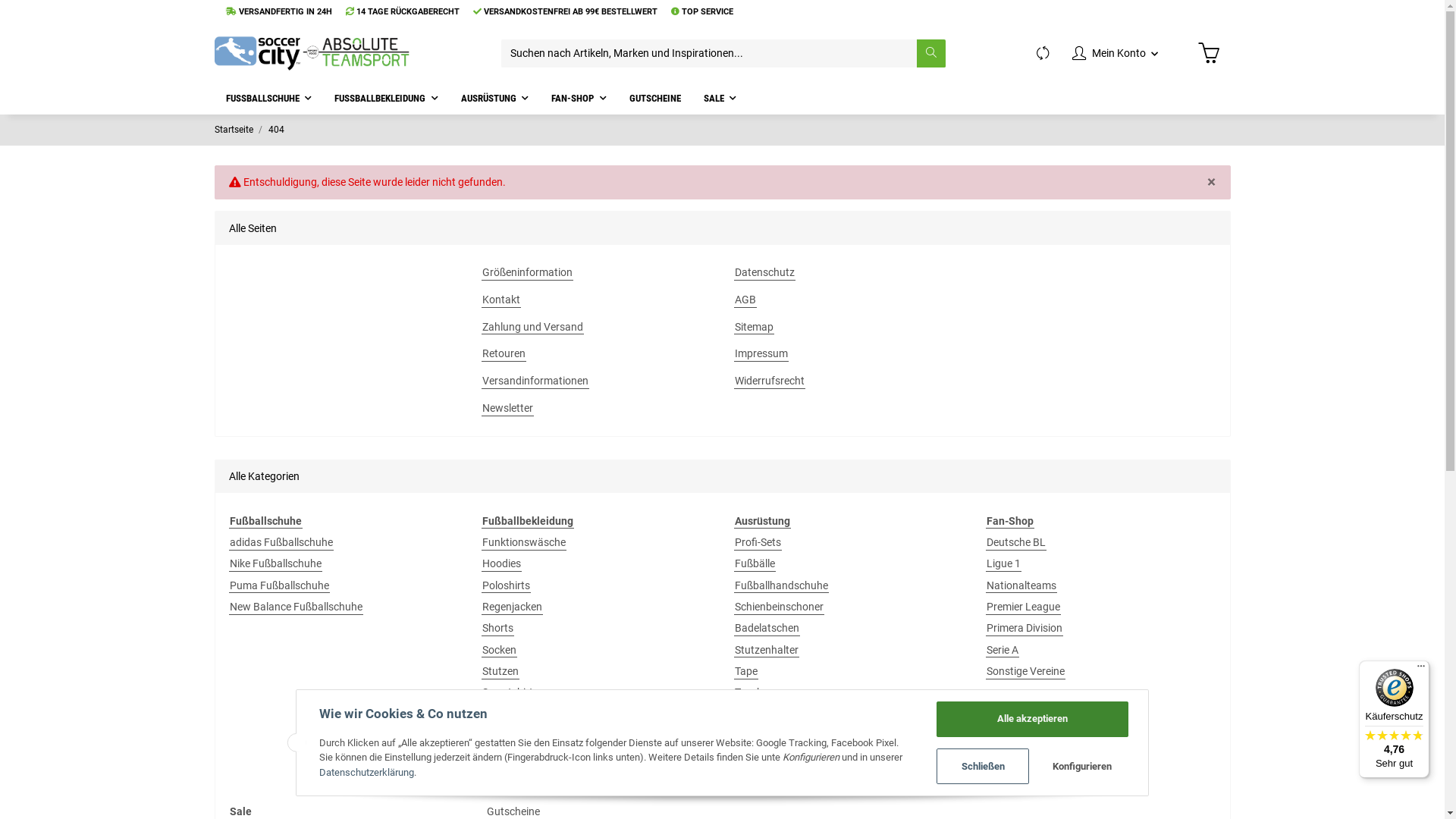 The image size is (1456, 819). Describe the element at coordinates (1023, 606) in the screenshot. I see `'Premier League'` at that location.